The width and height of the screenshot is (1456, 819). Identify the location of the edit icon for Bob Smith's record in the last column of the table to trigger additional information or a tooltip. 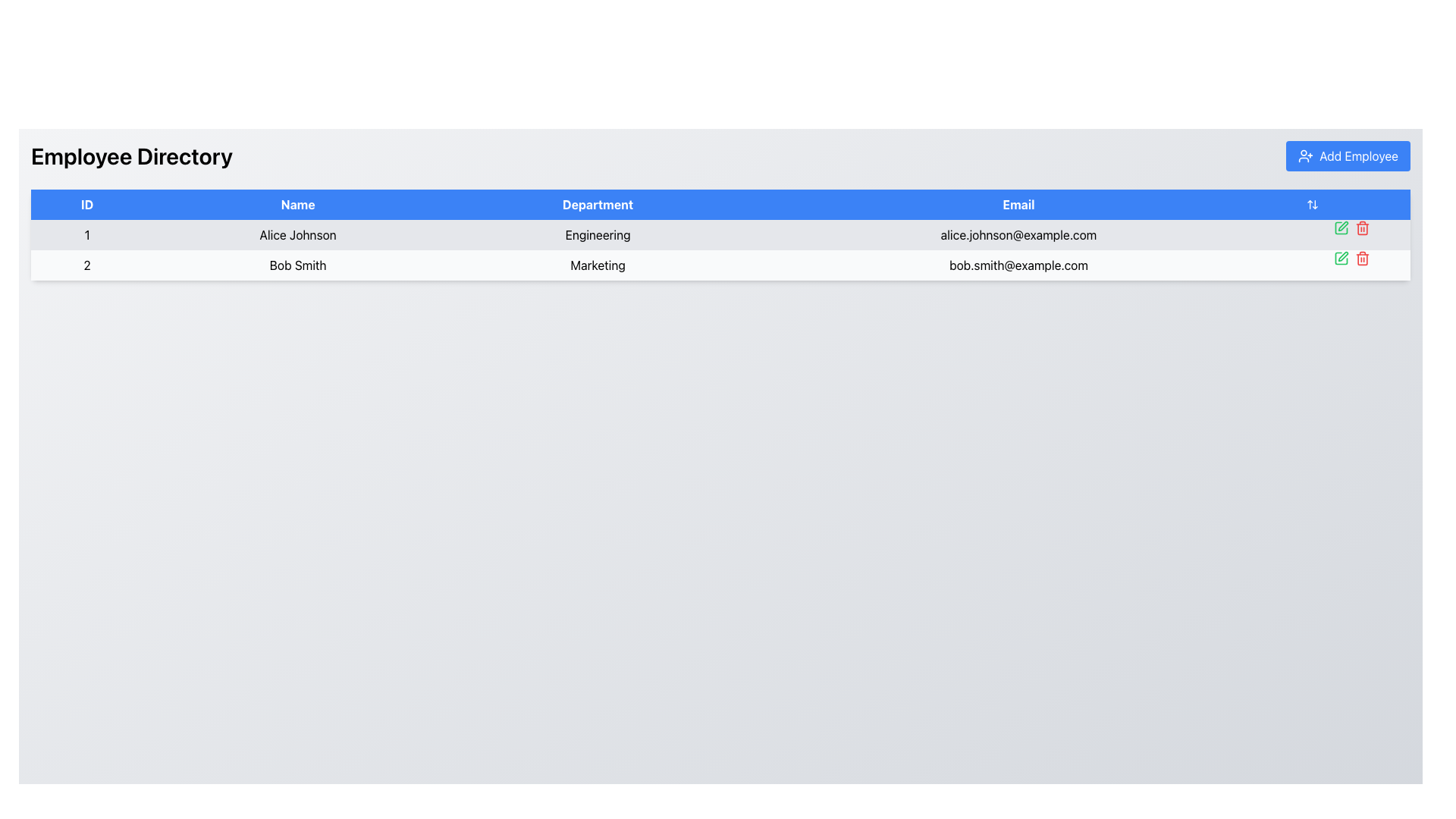
(1341, 257).